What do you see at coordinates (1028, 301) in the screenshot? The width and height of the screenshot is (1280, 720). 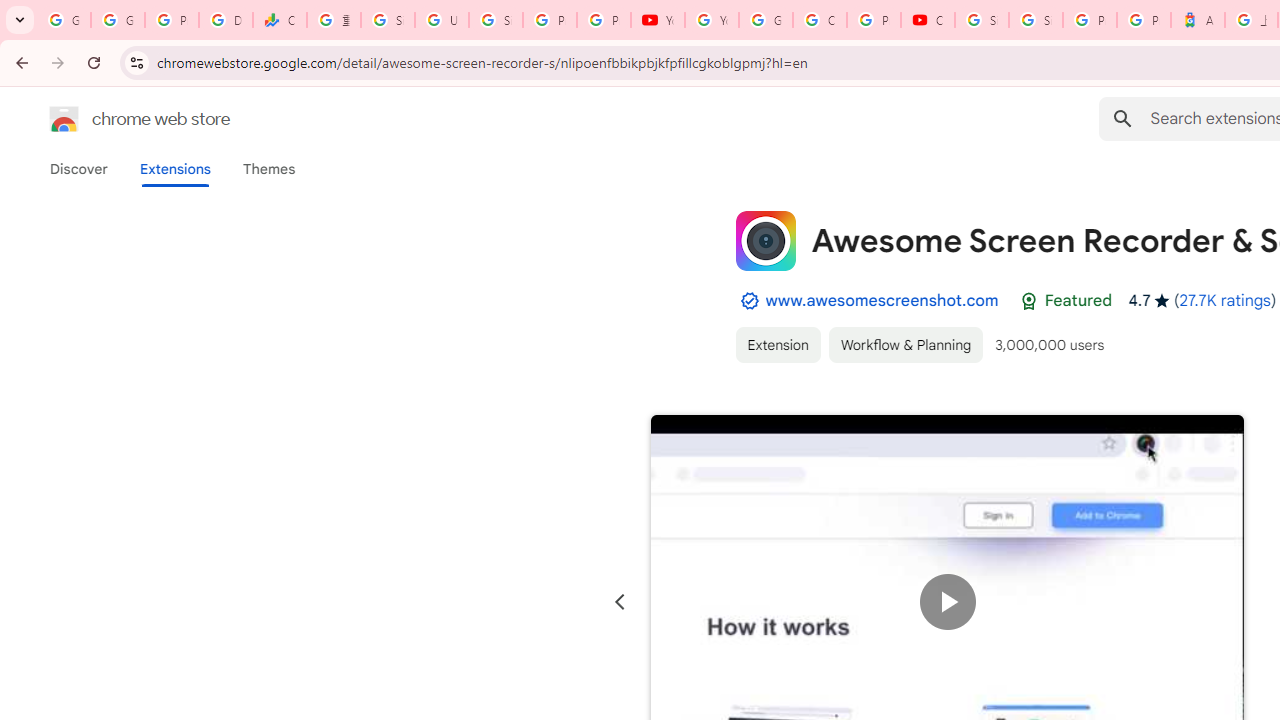 I see `'Featured Badge'` at bounding box center [1028, 301].